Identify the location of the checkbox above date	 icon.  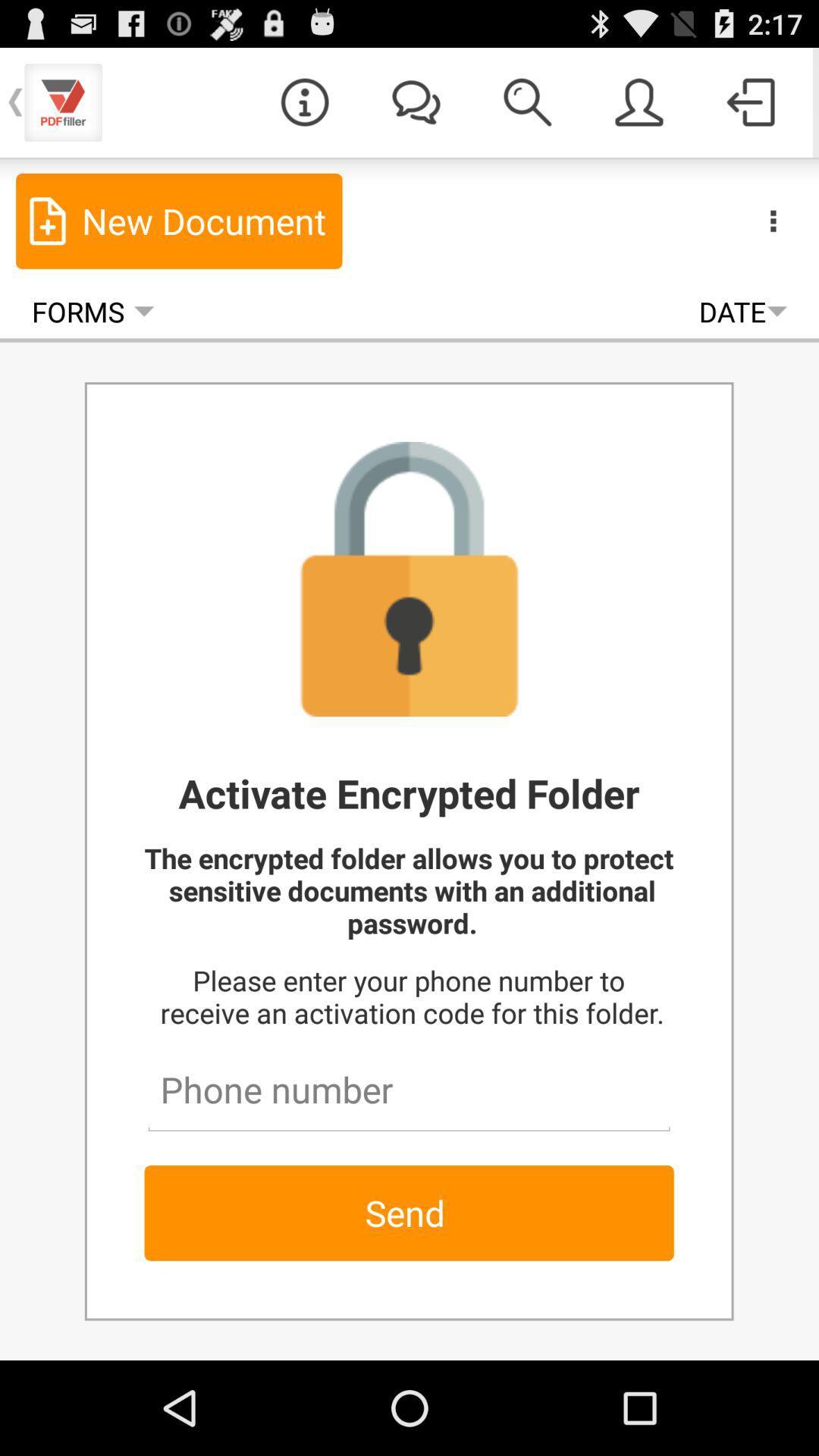
(639, 101).